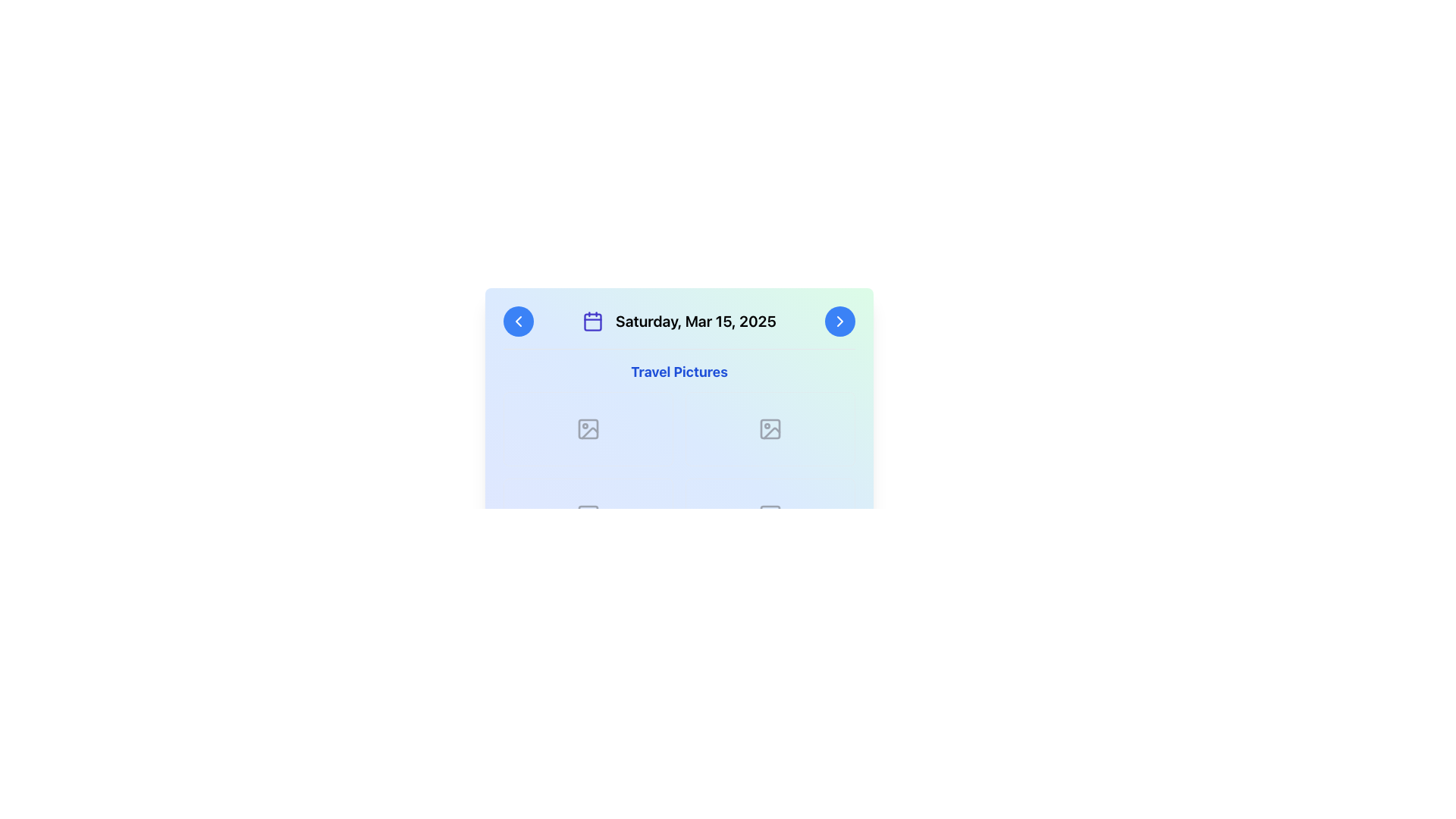  Describe the element at coordinates (592, 321) in the screenshot. I see `the small blue calendar icon located to the left of the text 'Saturday, Mar 15, 2025'` at that location.